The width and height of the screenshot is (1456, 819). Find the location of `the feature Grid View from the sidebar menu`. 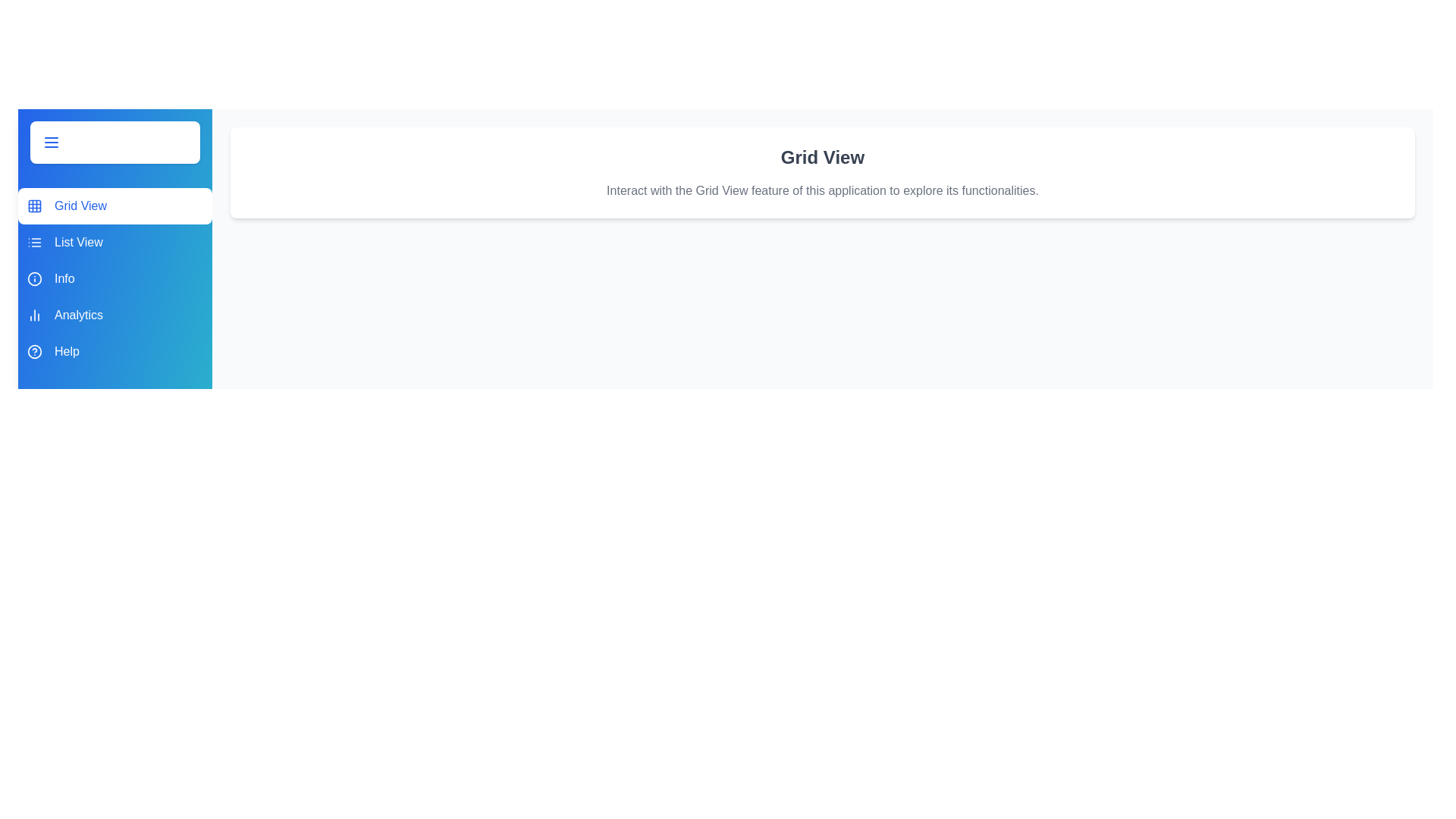

the feature Grid View from the sidebar menu is located at coordinates (115, 206).